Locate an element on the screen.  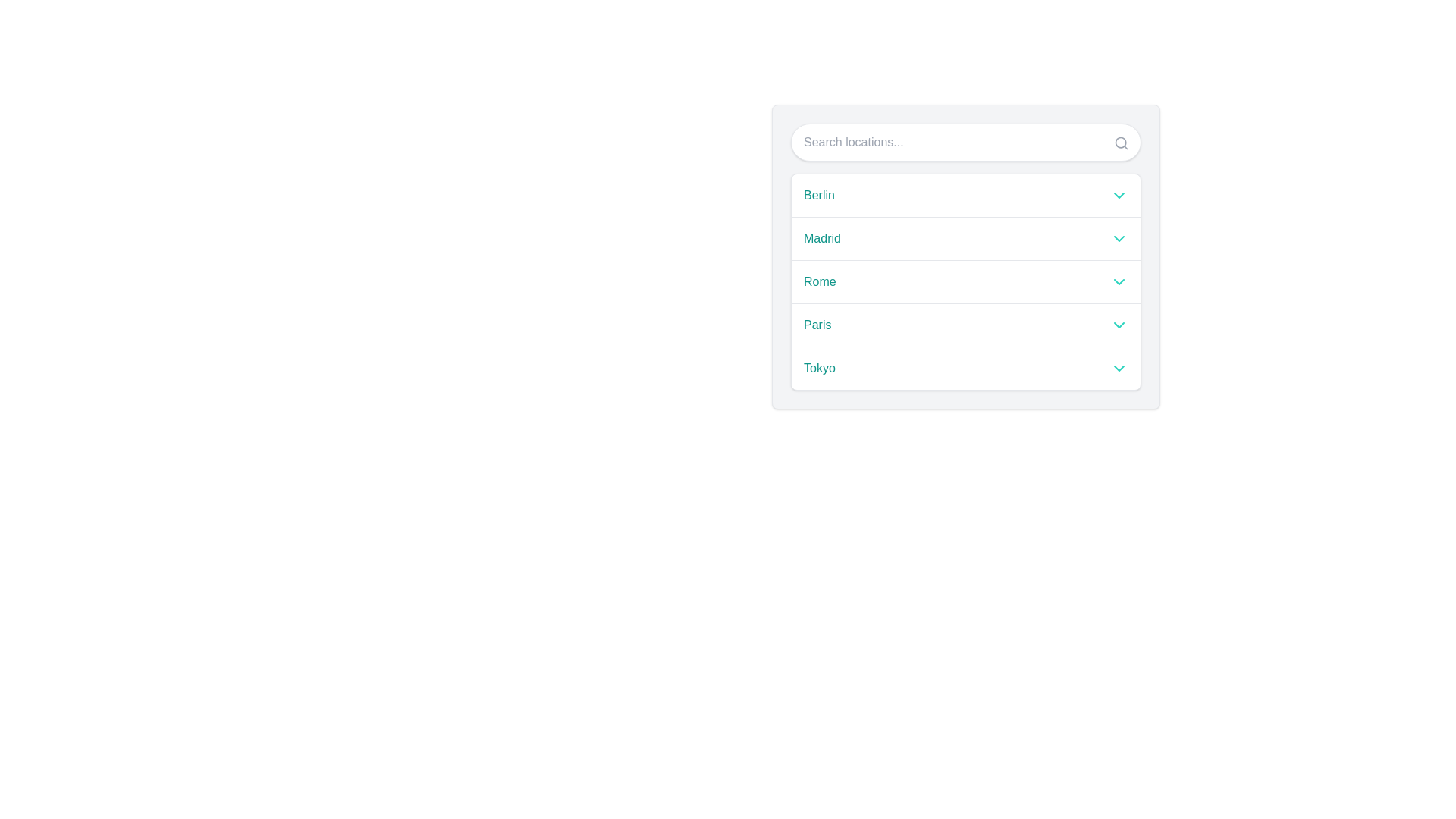
the second option in the dropdown menu labeled 'Madrid' is located at coordinates (965, 237).